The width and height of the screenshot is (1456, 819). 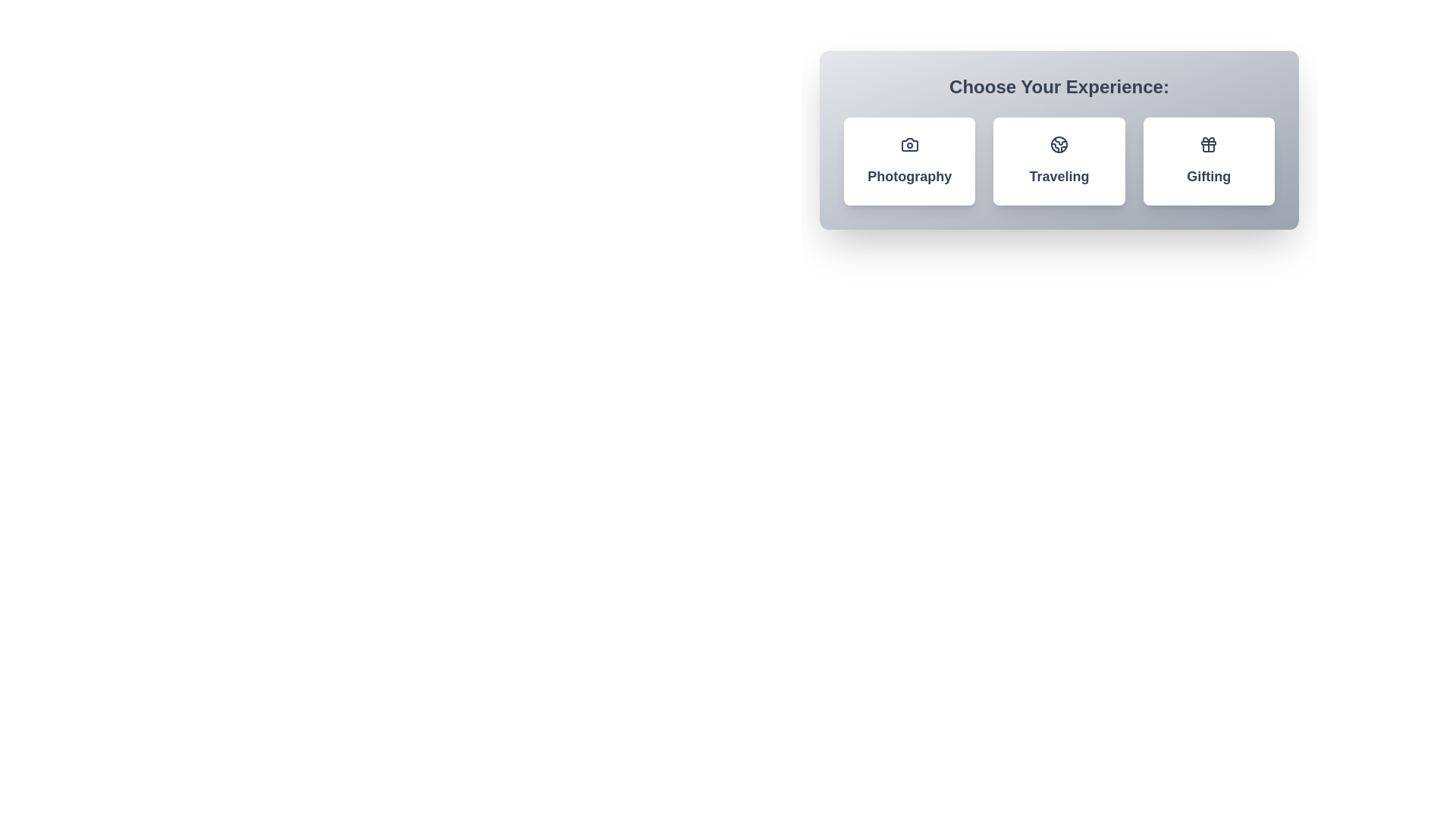 What do you see at coordinates (1058, 161) in the screenshot?
I see `the chip labeled Traveling` at bounding box center [1058, 161].